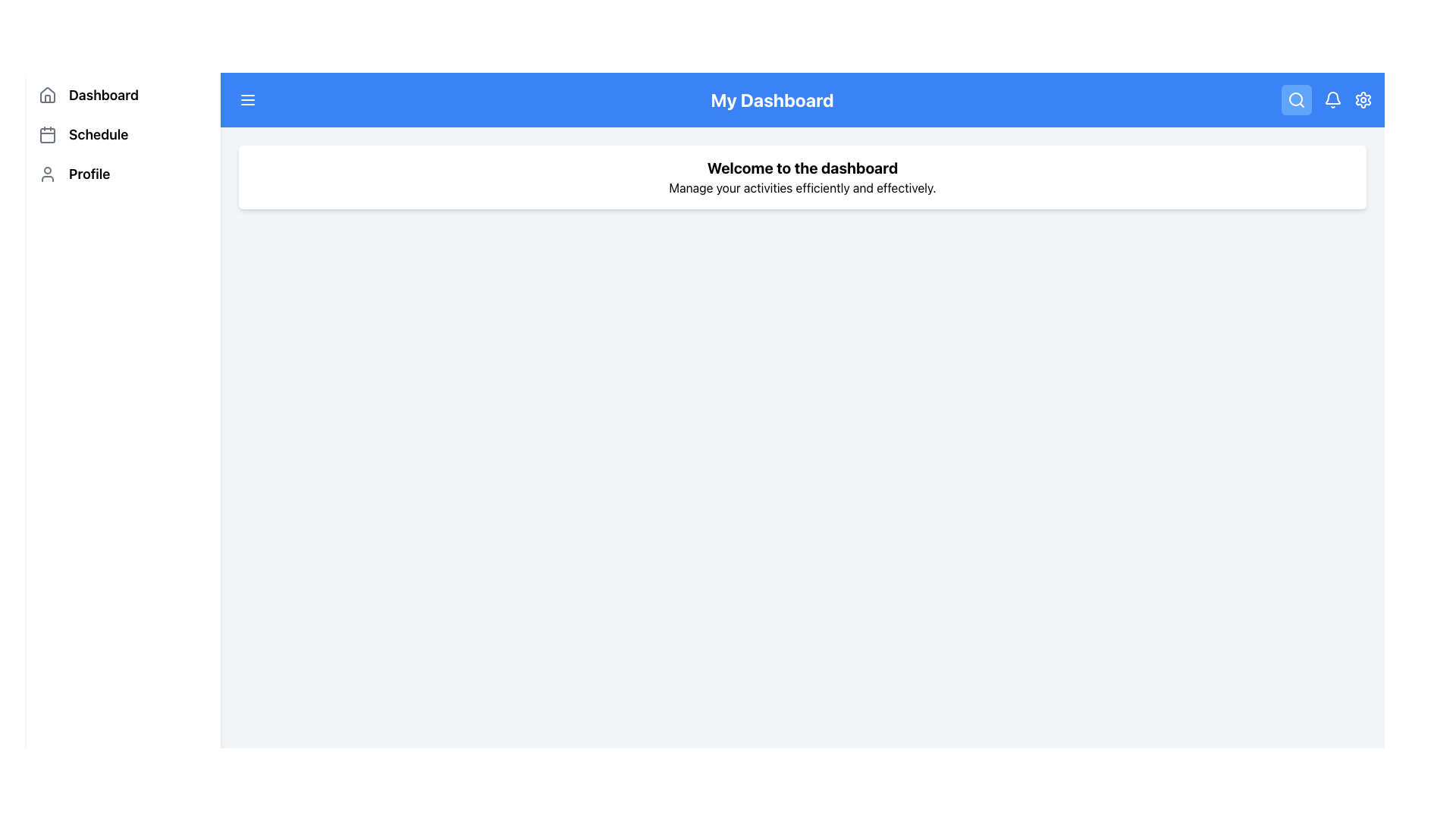 The image size is (1456, 819). Describe the element at coordinates (1363, 99) in the screenshot. I see `the gear-shaped icon located in the top right corner of the interface` at that location.